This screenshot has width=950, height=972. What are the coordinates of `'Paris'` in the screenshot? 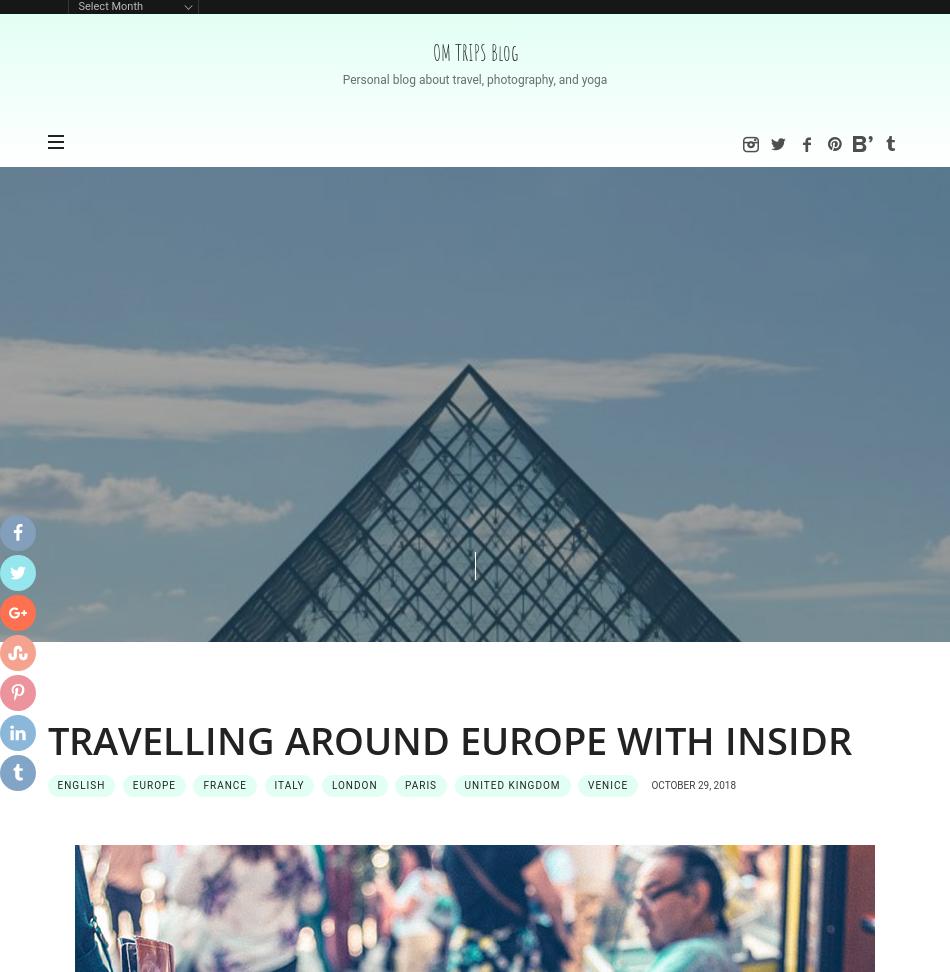 It's located at (403, 784).